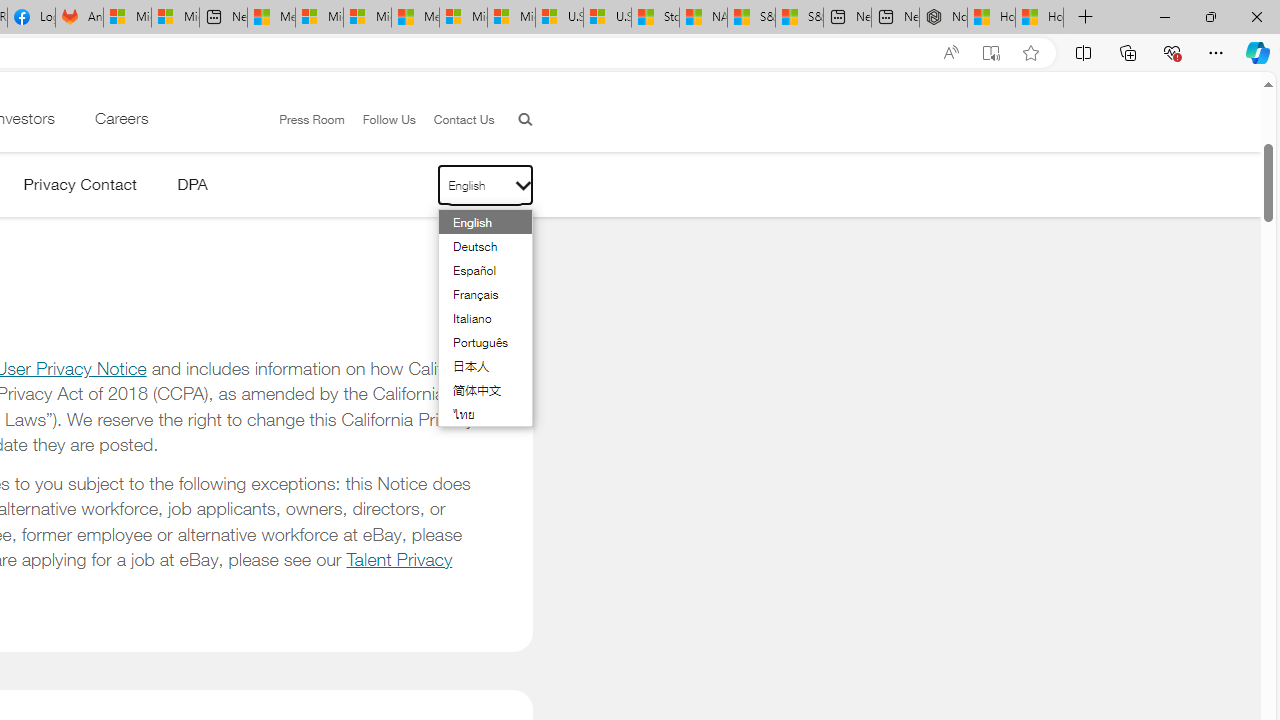 The height and width of the screenshot is (720, 1280). What do you see at coordinates (1085, 17) in the screenshot?
I see `'New Tab'` at bounding box center [1085, 17].